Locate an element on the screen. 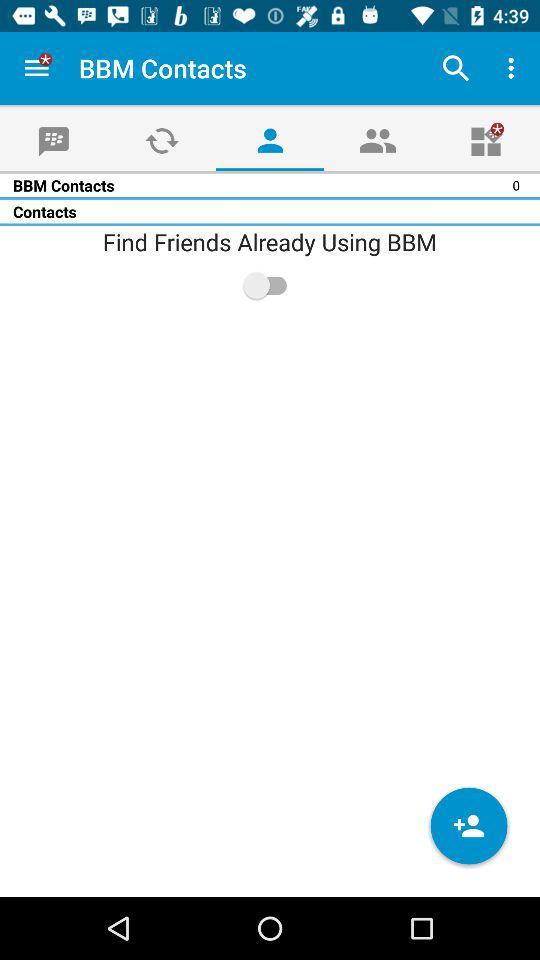  the avatar icon is located at coordinates (270, 139).